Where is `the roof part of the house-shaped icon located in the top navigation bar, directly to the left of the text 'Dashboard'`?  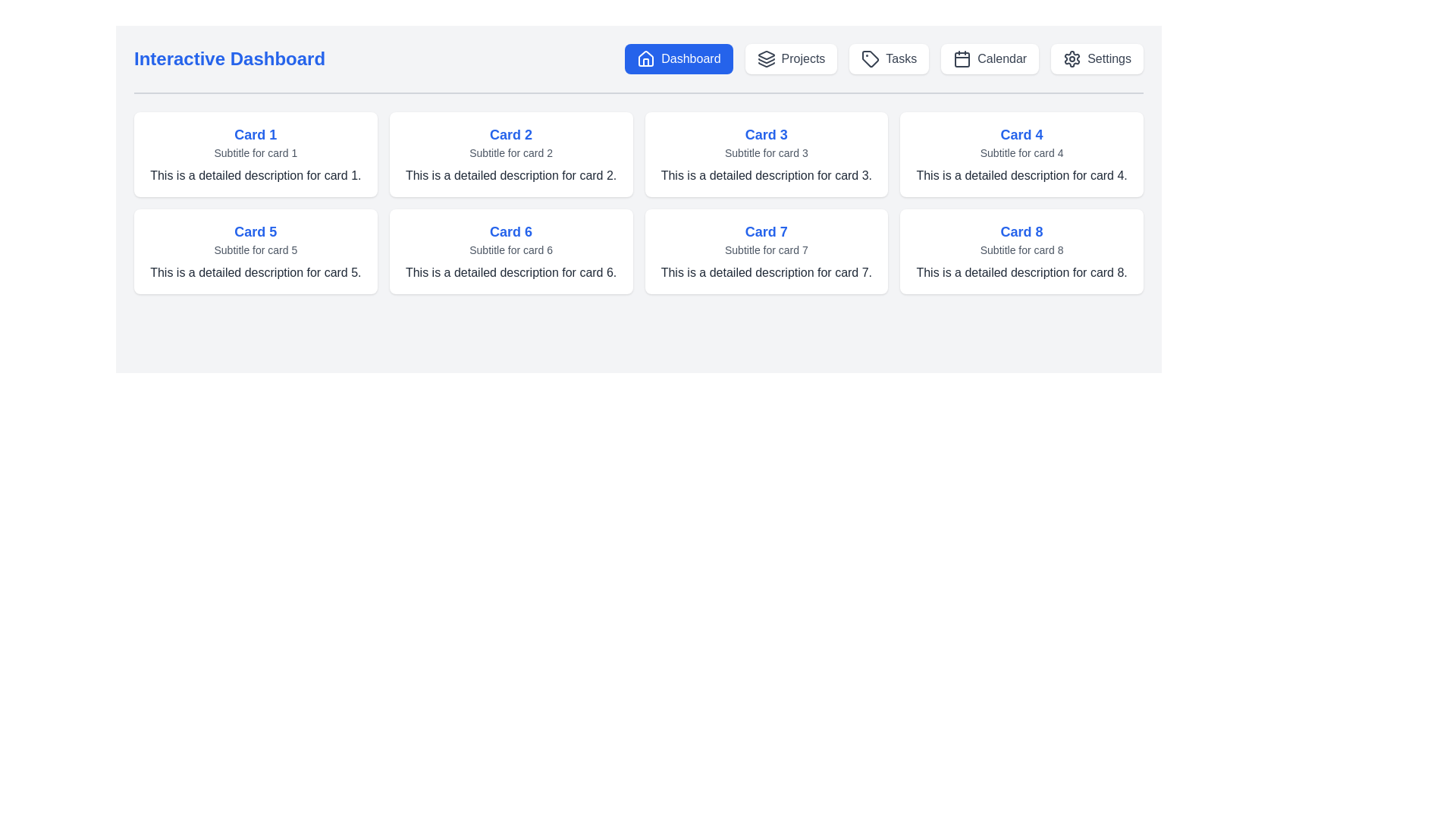
the roof part of the house-shaped icon located in the top navigation bar, directly to the left of the text 'Dashboard' is located at coordinates (646, 58).